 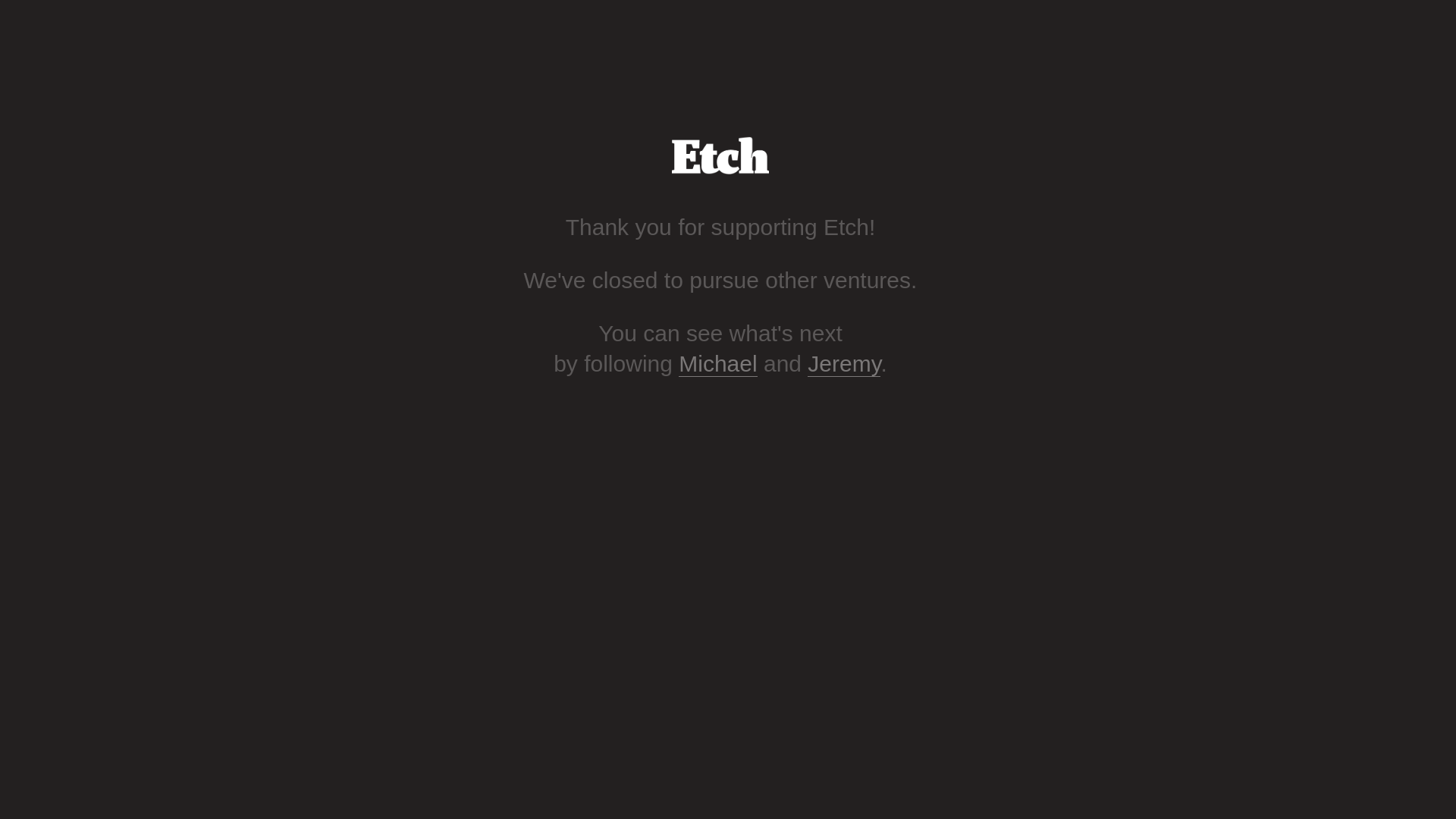 What do you see at coordinates (717, 363) in the screenshot?
I see `'Michael'` at bounding box center [717, 363].